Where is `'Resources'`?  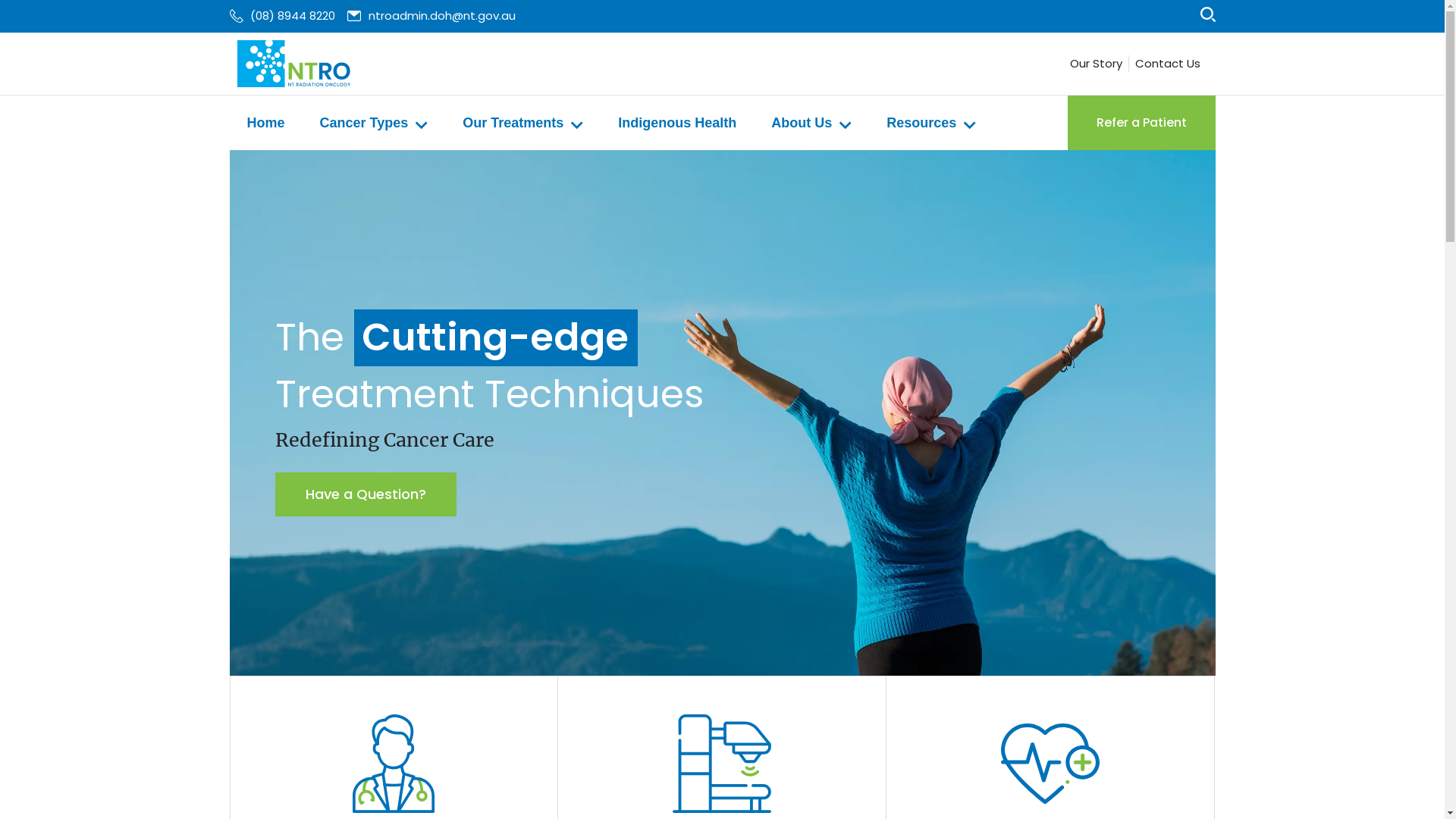 'Resources' is located at coordinates (930, 122).